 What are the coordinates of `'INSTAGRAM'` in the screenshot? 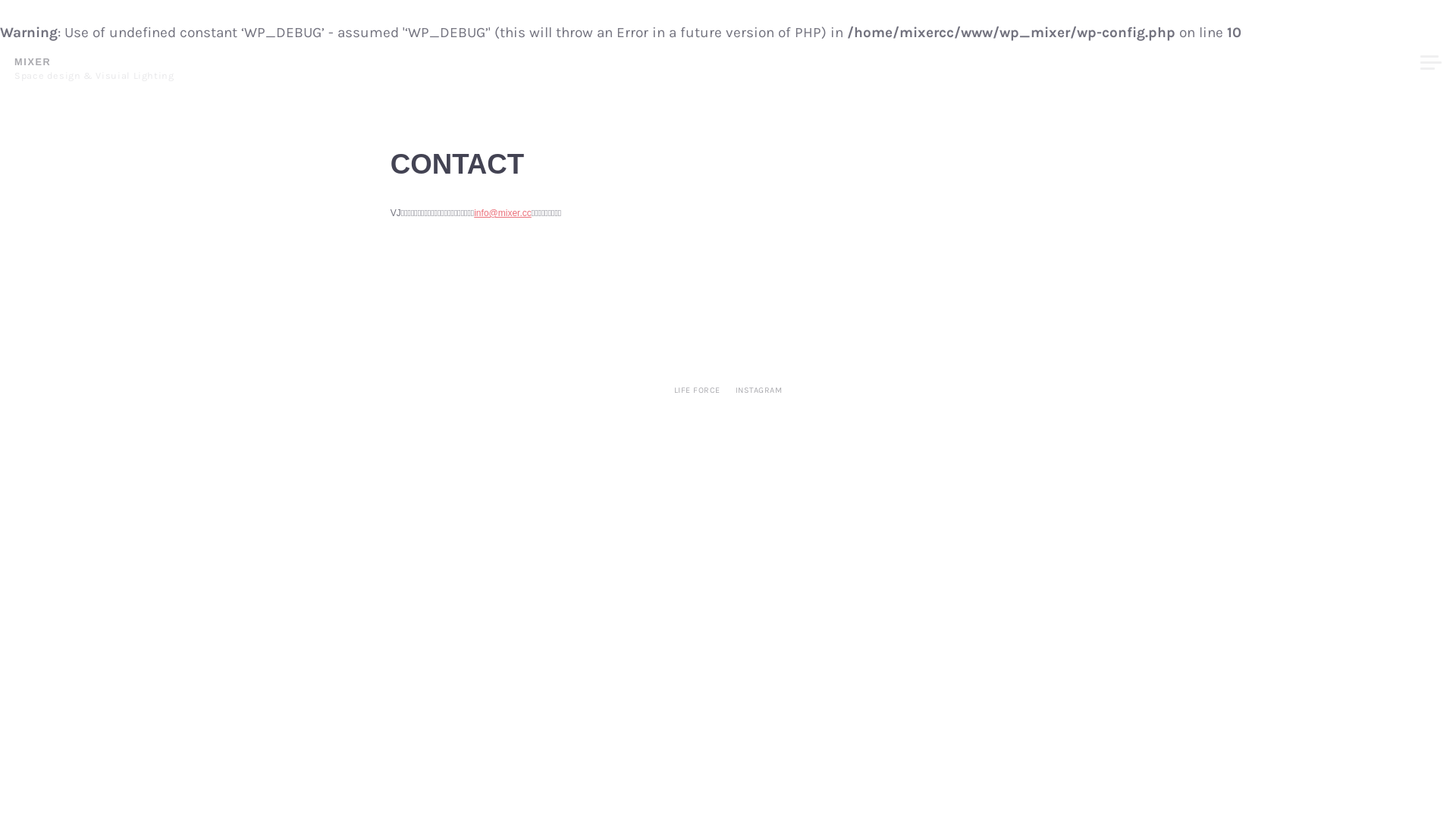 It's located at (759, 390).